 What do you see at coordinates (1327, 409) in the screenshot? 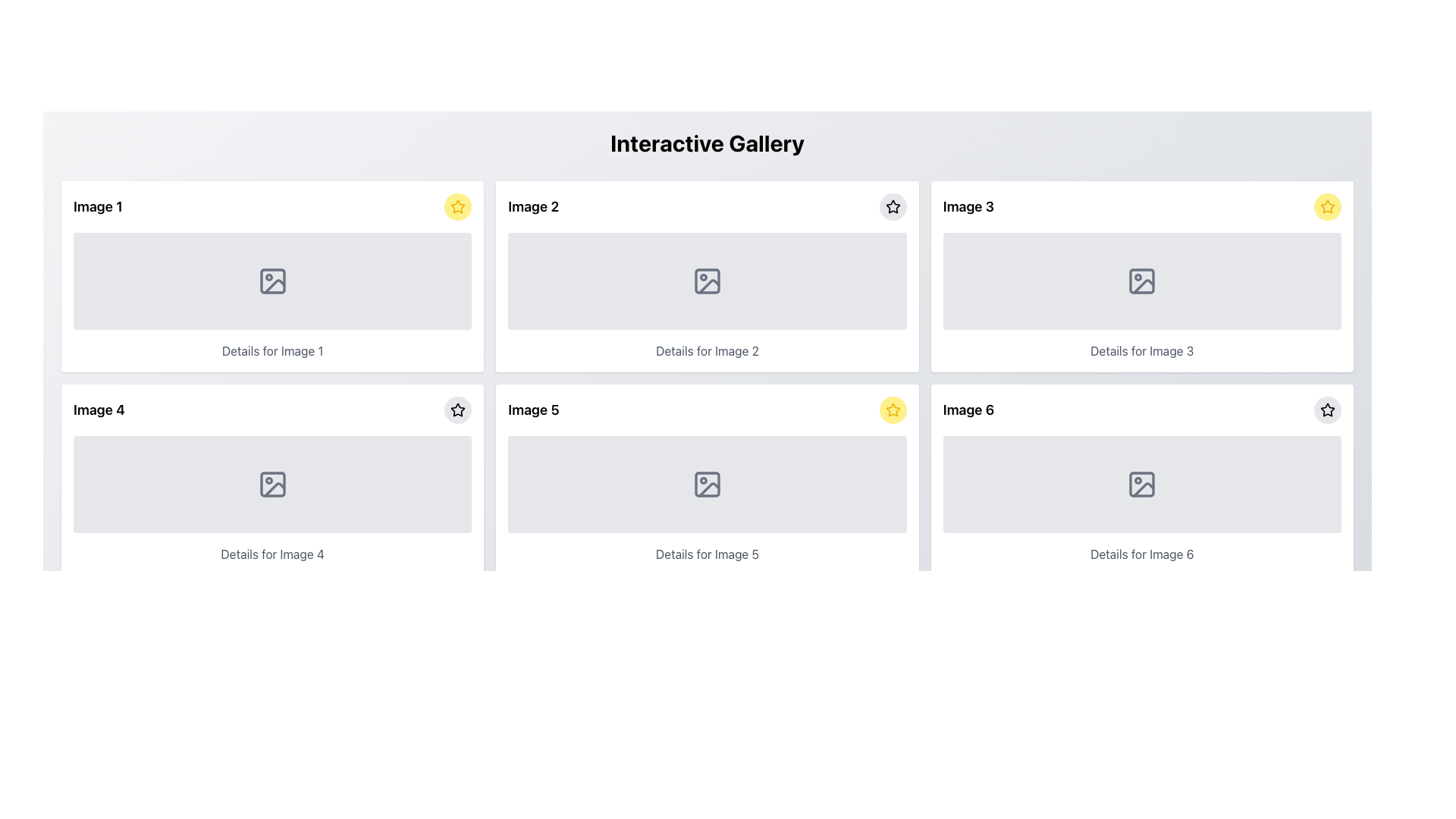
I see `the star icon button located at the top-right corner of the card labeled 'Image 6', which serves as a bookmarking function` at bounding box center [1327, 409].